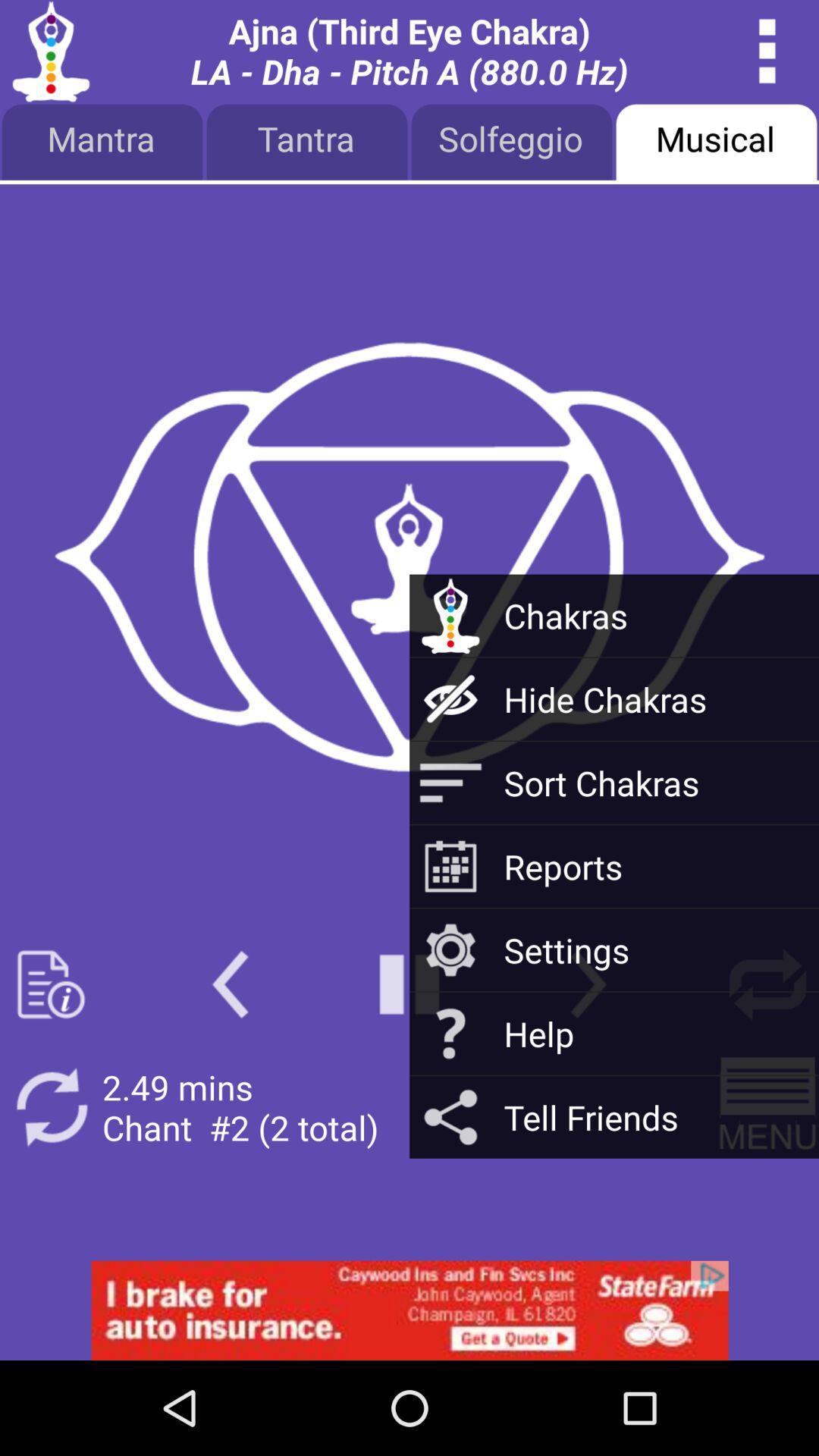 This screenshot has width=819, height=1456. What do you see at coordinates (409, 1053) in the screenshot?
I see `the pause icon` at bounding box center [409, 1053].